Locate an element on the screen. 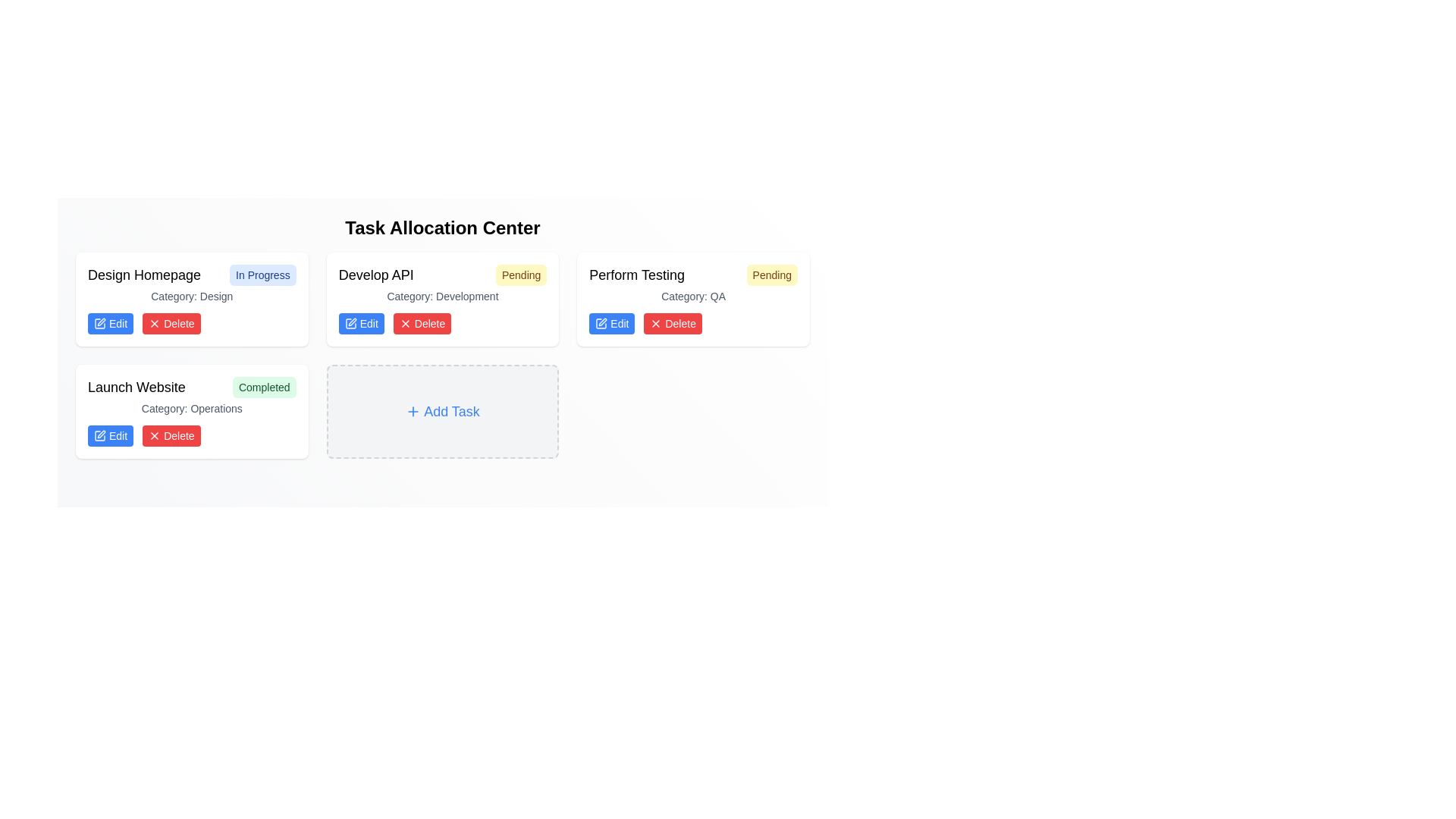  the 'Add Task' button, which is a rectangular box with a dashed border, light gray background, blue plus icon, and blue capitalized text is located at coordinates (442, 412).